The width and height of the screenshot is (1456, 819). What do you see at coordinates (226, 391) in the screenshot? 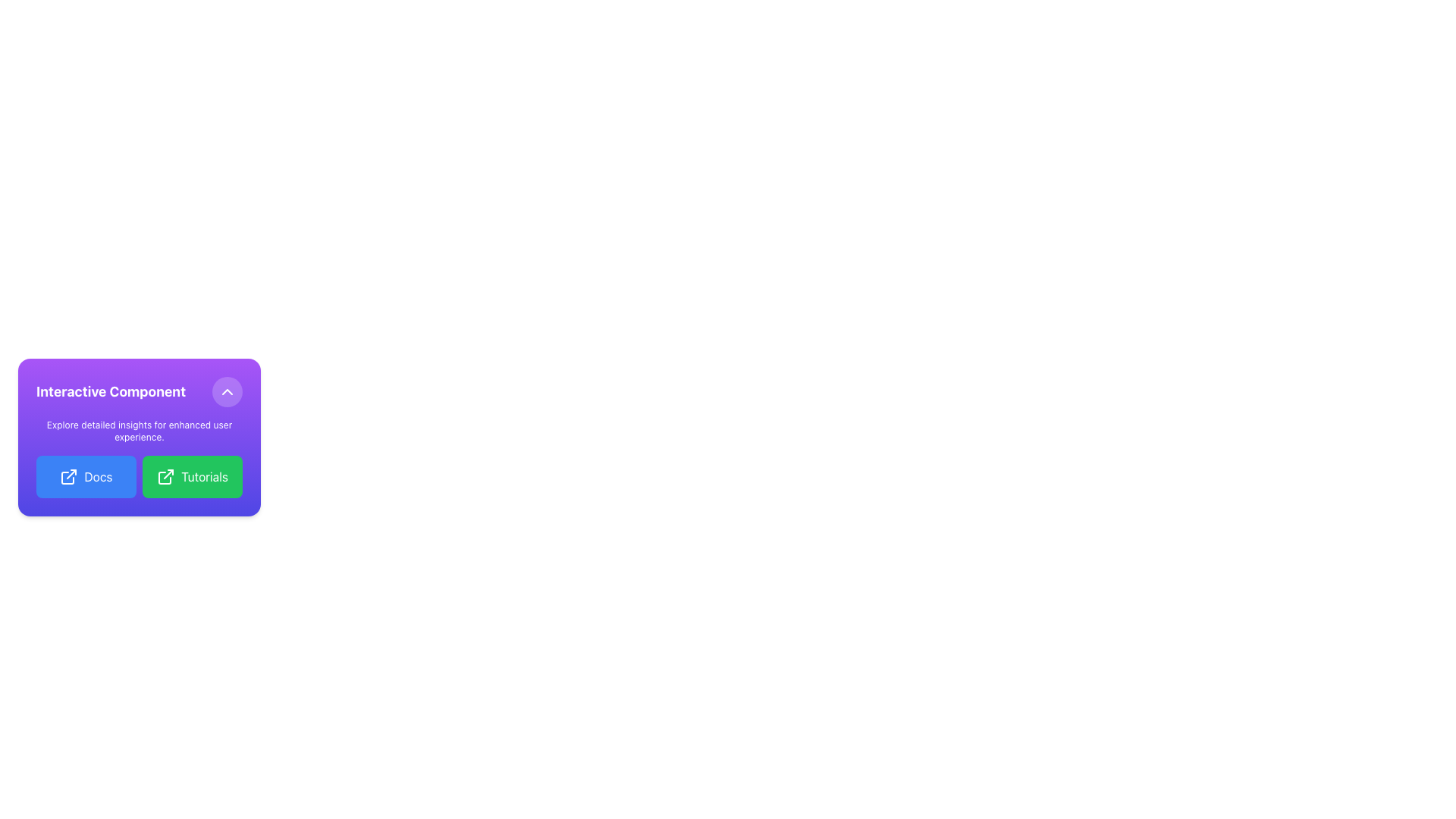
I see `the circular button with a chevron-down icon` at bounding box center [226, 391].